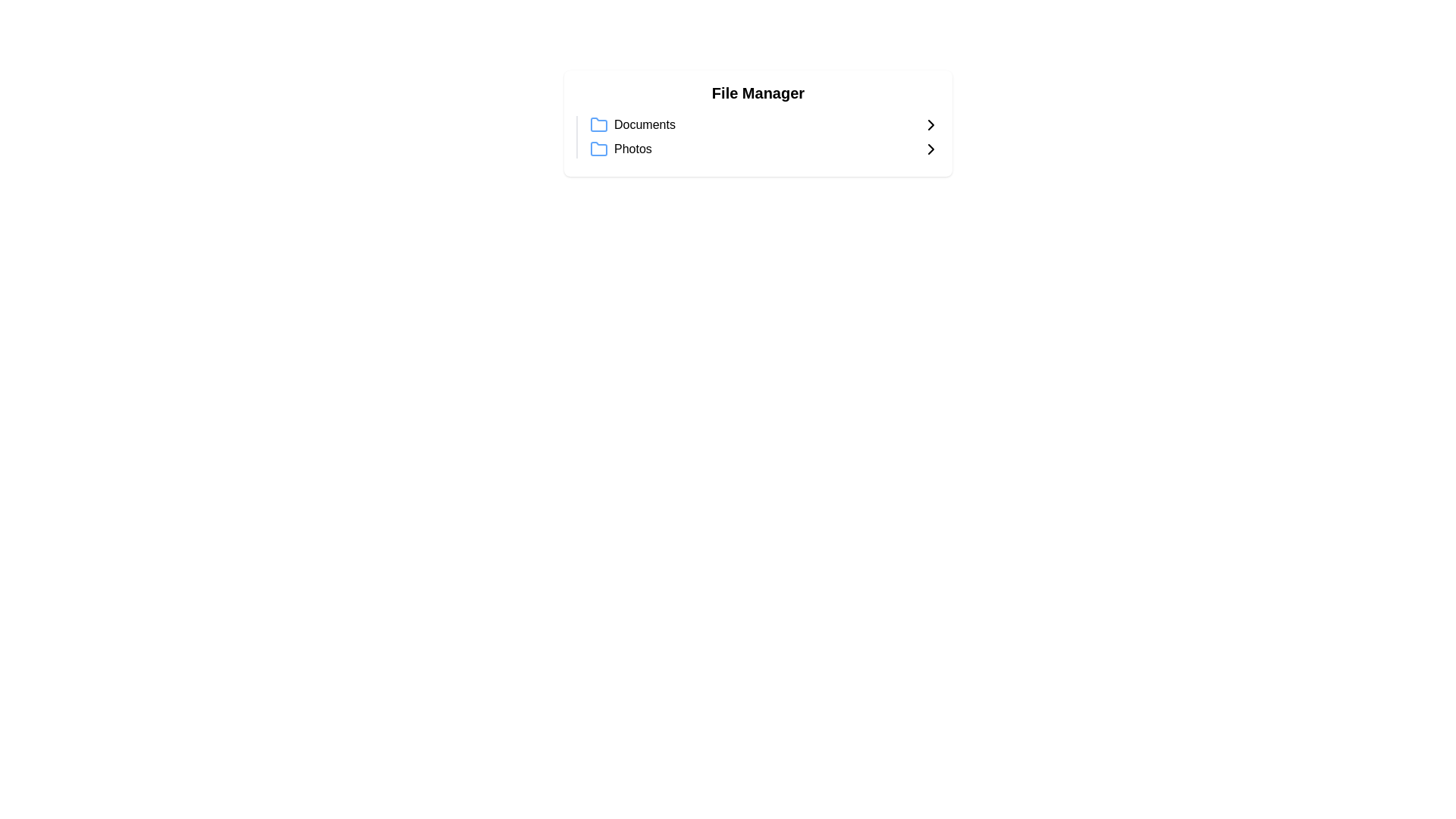 This screenshot has height=819, width=1456. Describe the element at coordinates (598, 149) in the screenshot. I see `the 'Photos' icon within the 'File Manager' list, which is the second item and visually represented by a folder icon adjacent to the label` at that location.